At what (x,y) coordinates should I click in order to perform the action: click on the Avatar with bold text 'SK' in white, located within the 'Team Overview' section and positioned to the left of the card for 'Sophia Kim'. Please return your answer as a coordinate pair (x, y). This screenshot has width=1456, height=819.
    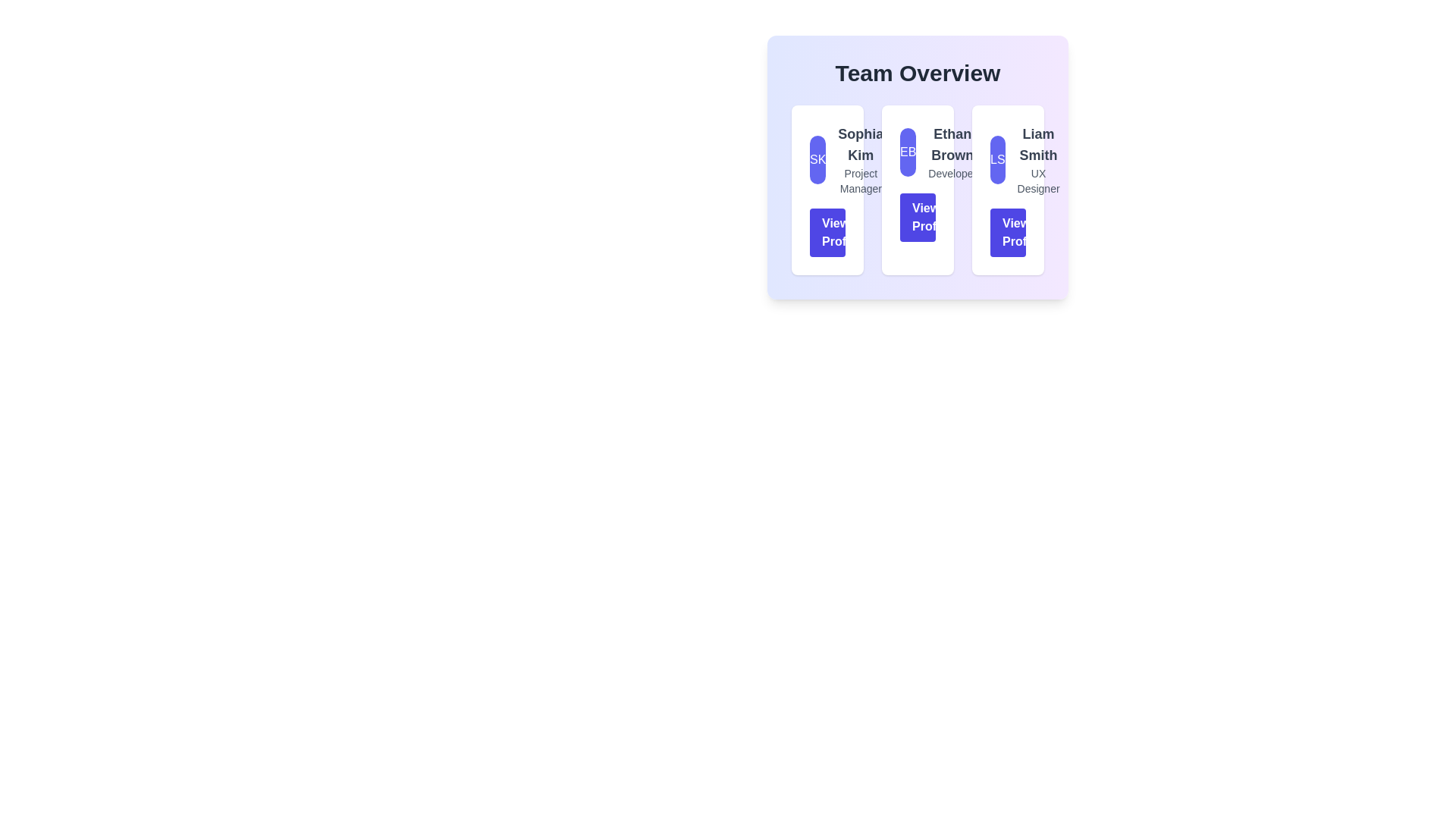
    Looking at the image, I should click on (817, 160).